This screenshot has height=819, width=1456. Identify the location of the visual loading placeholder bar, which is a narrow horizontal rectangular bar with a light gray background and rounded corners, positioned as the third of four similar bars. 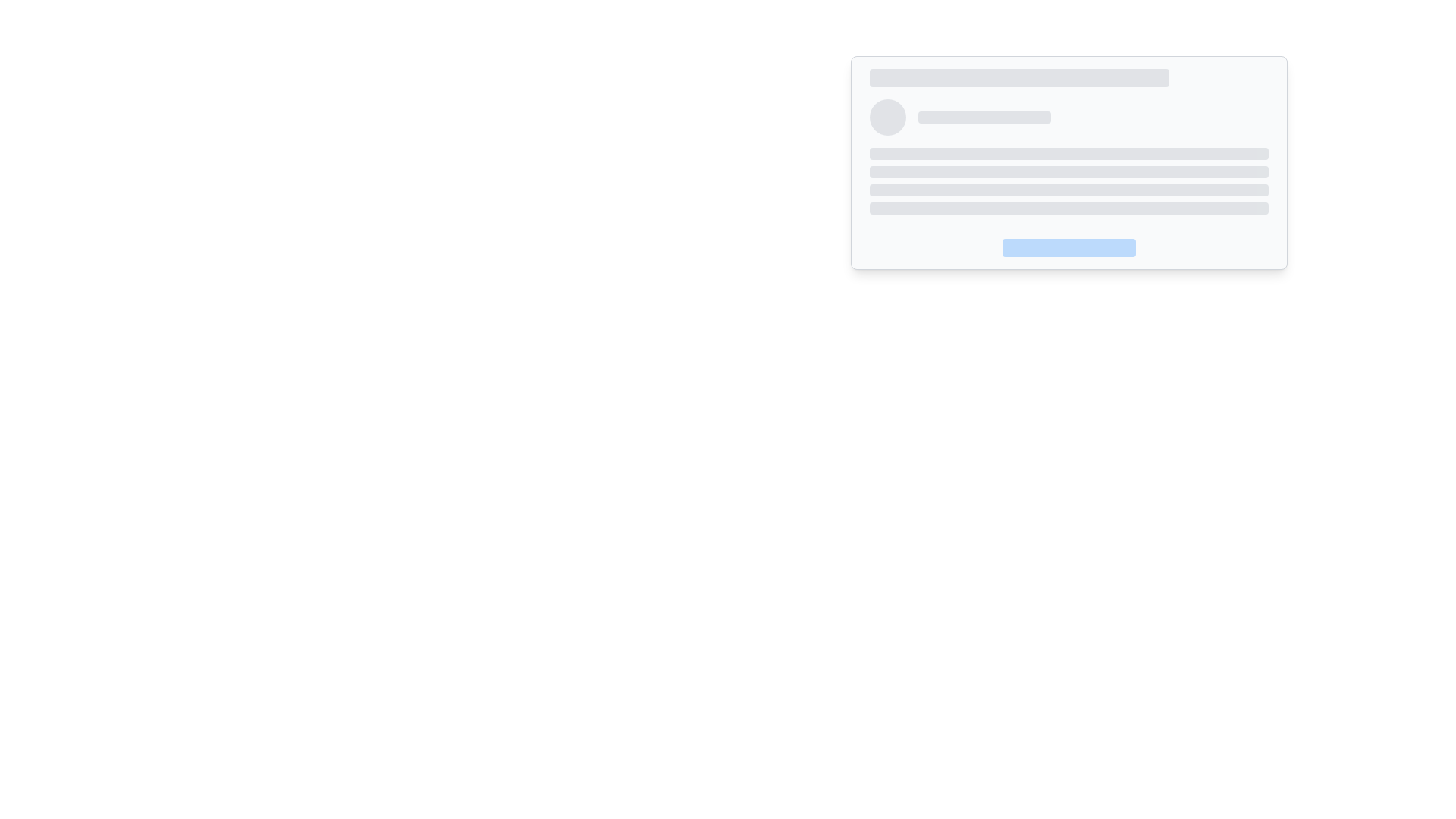
(1068, 189).